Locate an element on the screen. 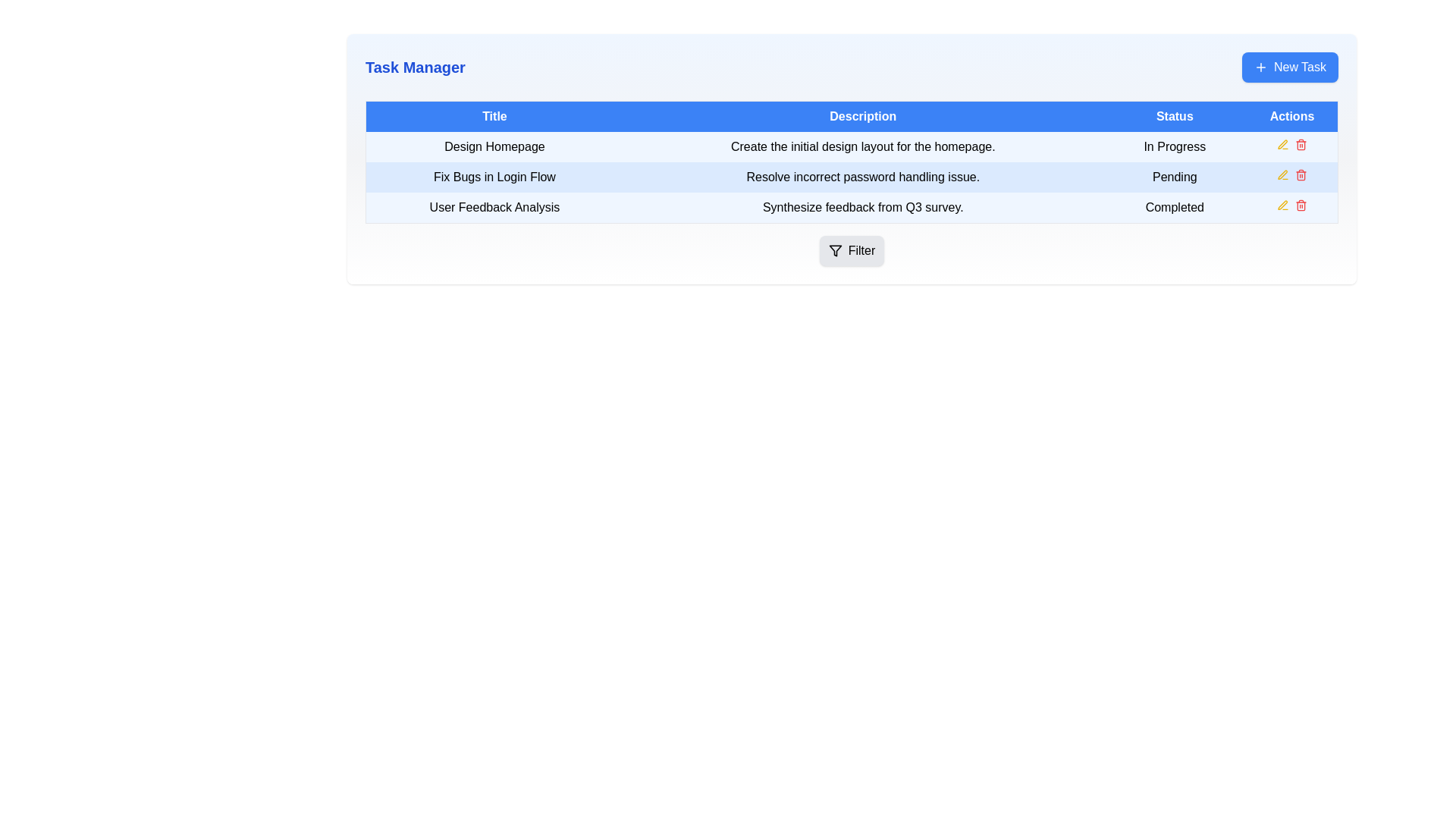 The image size is (1456, 819). the icon located on the left side of the 'New Task' textual label in the top-right corner of the interface to trigger tooltips or visual feedback is located at coordinates (1260, 66).